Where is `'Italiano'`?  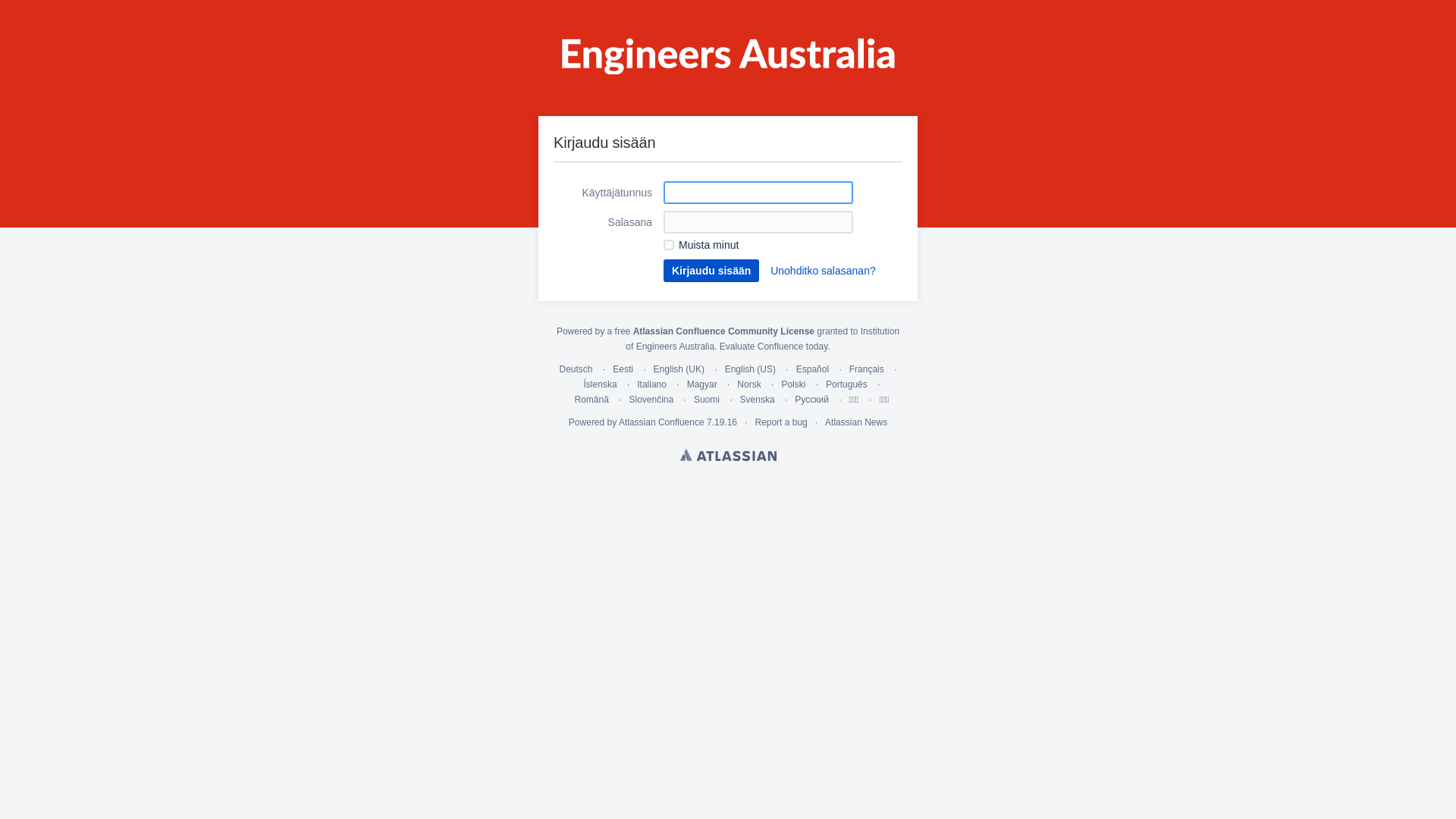 'Italiano' is located at coordinates (651, 383).